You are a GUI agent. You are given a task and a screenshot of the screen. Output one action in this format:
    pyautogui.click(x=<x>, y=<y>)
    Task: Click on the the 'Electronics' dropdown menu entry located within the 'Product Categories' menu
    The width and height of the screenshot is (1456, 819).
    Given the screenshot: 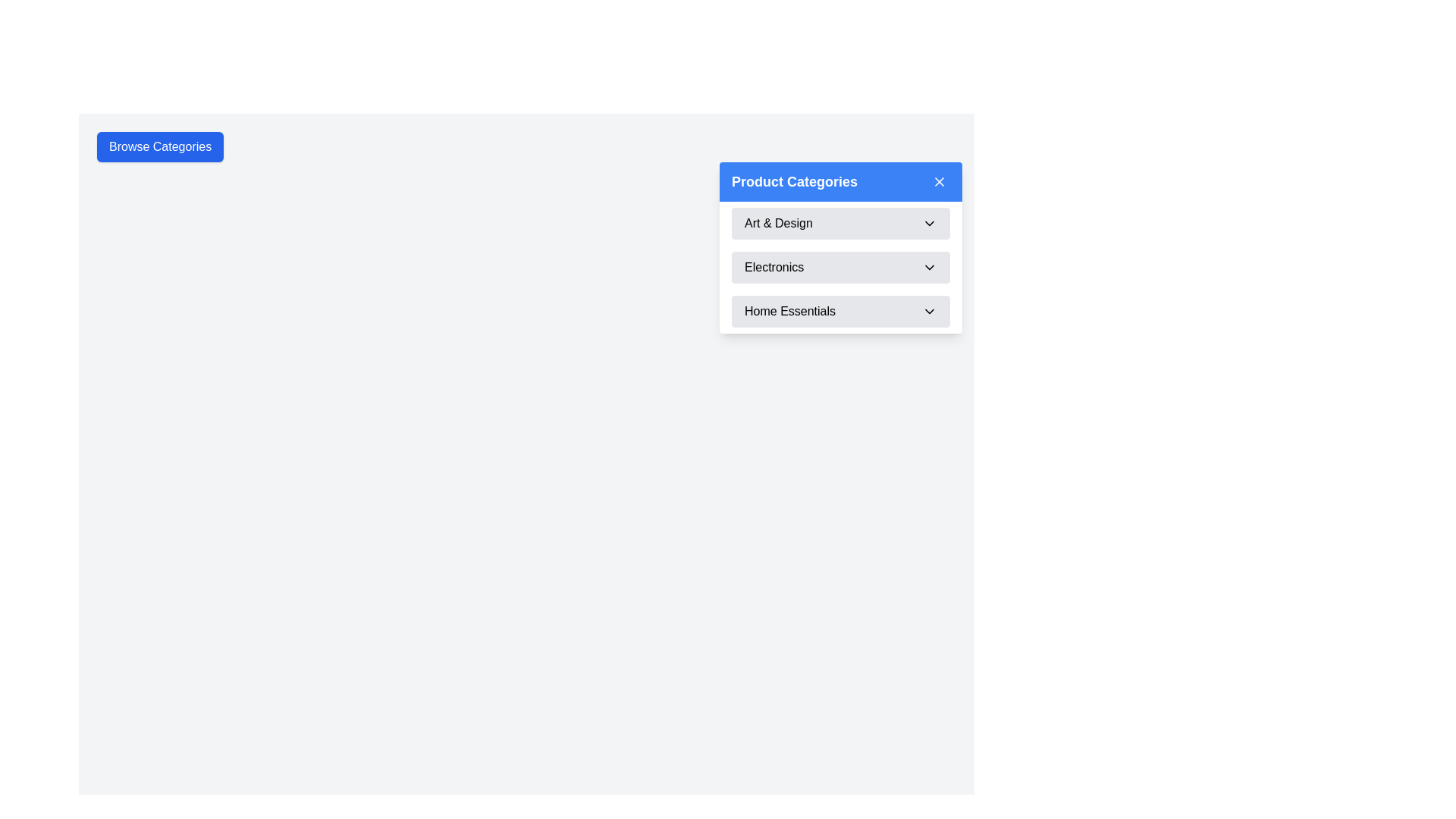 What is the action you would take?
    pyautogui.click(x=839, y=267)
    